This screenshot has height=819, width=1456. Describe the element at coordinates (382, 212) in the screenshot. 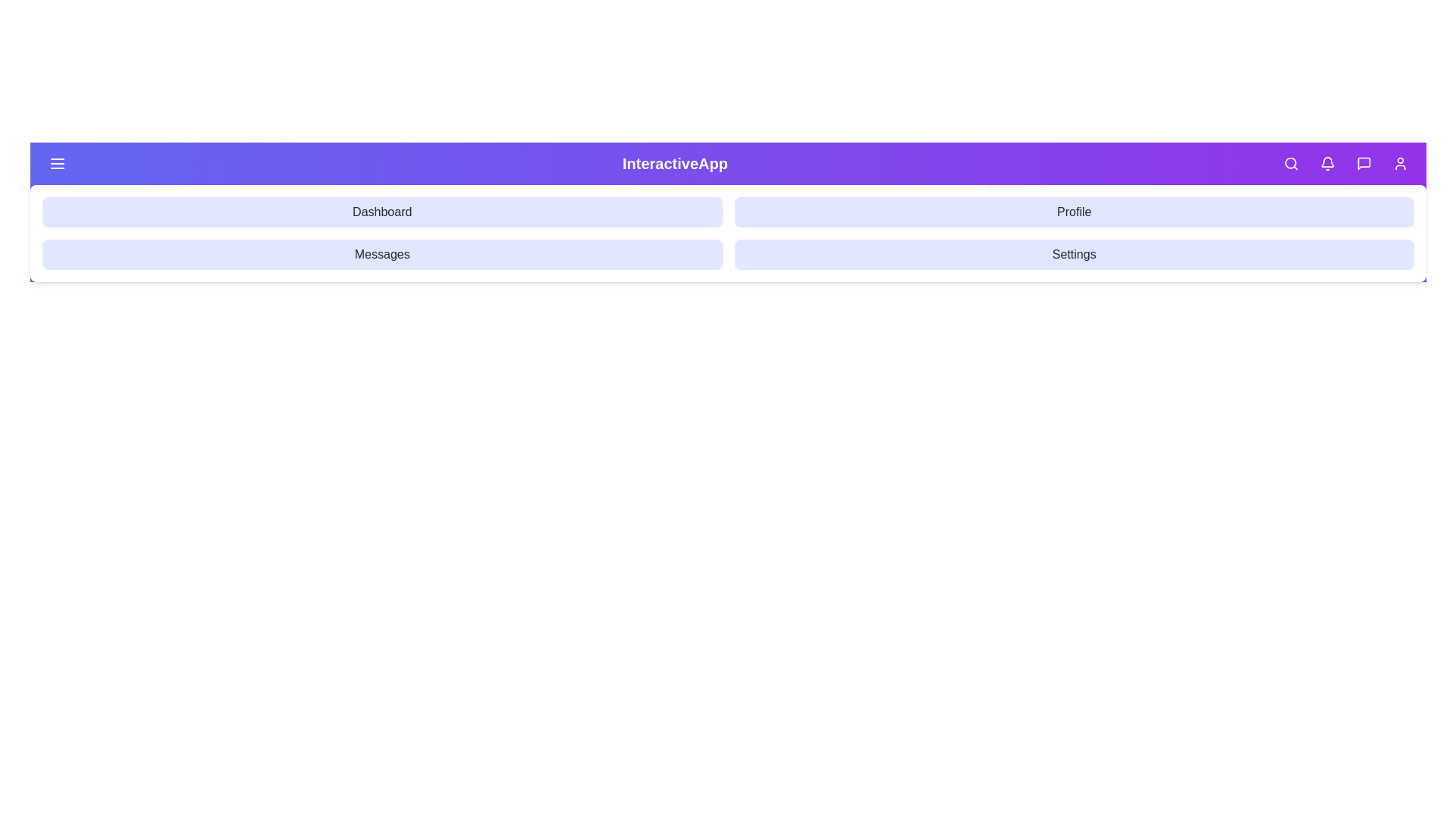

I see `the navigation option Dashboard to navigate to the corresponding section` at that location.